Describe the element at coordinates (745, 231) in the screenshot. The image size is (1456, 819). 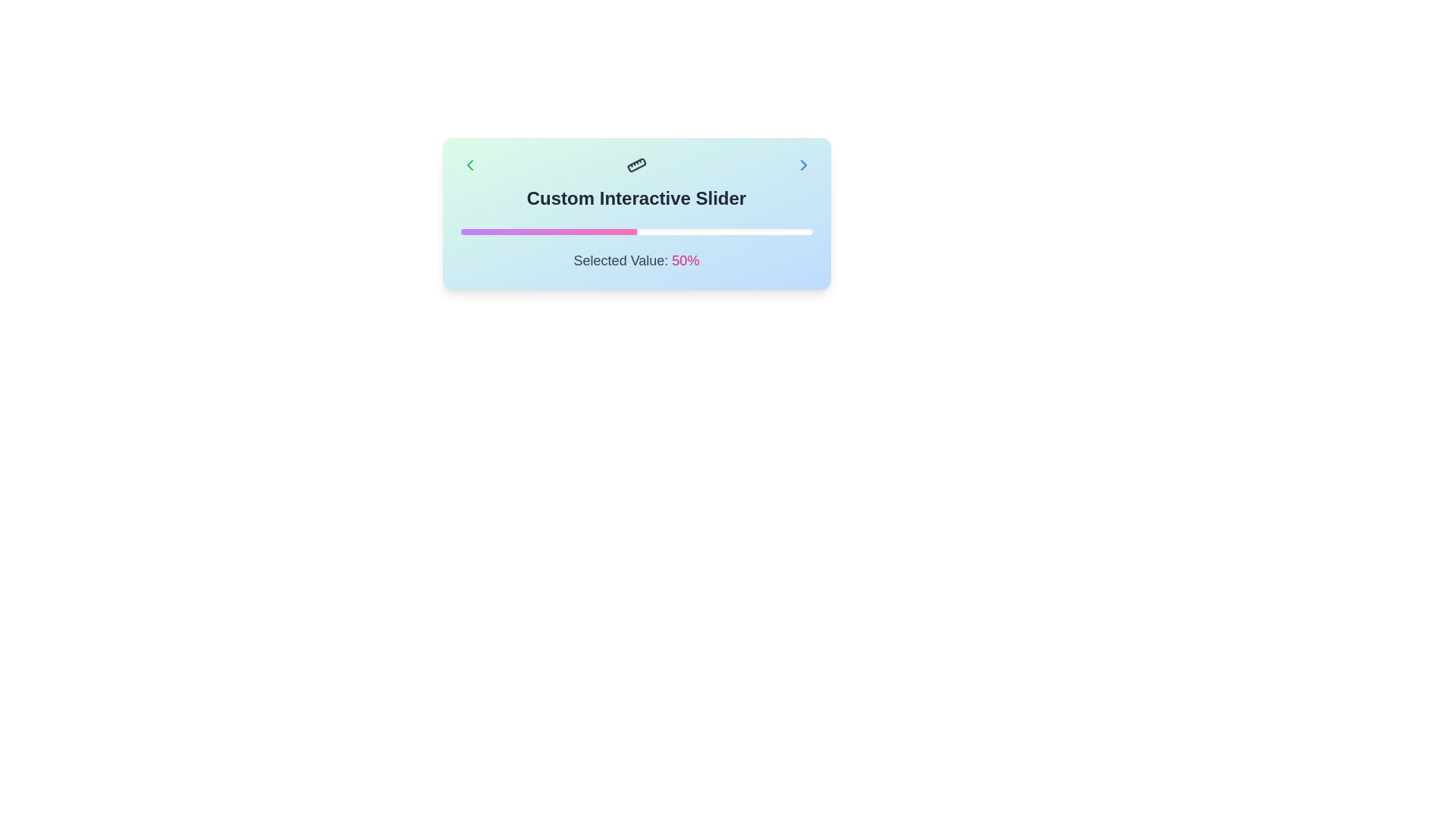
I see `the slider value` at that location.